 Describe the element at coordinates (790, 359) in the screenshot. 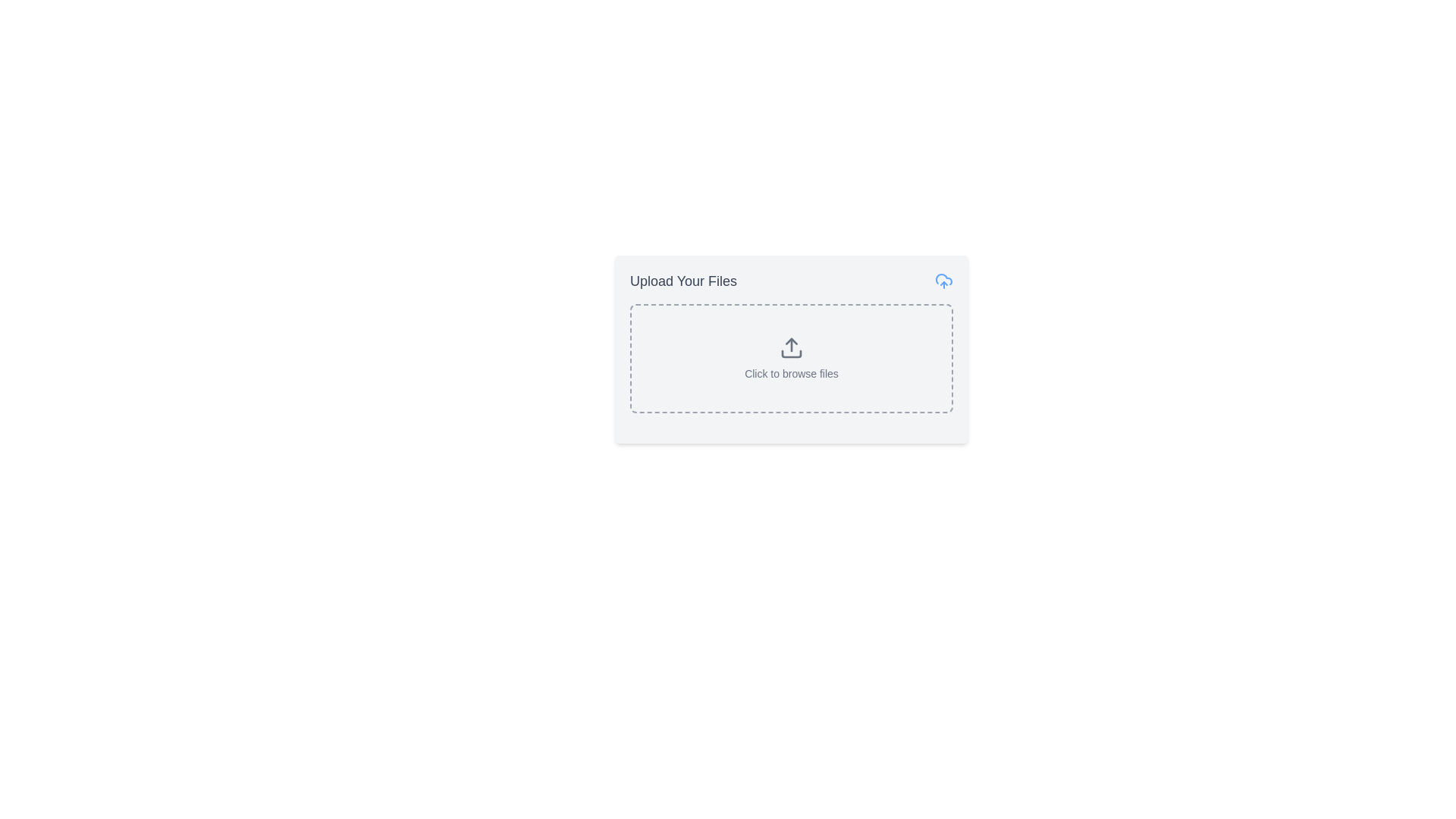

I see `the File upload drop zone, which is a vertically centered box with a dashed border and gray background` at that location.